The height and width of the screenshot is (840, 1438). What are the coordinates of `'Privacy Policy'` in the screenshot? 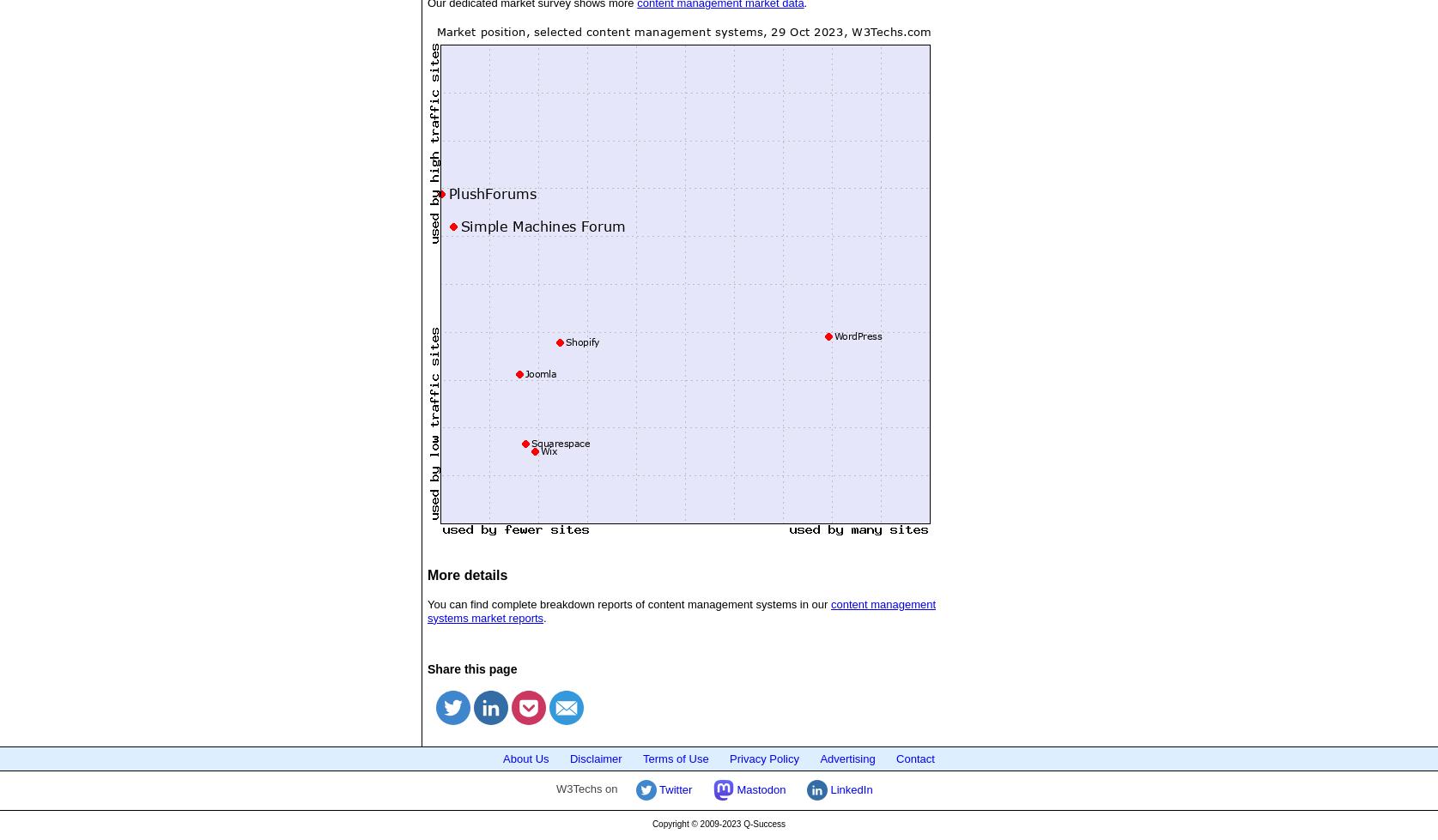 It's located at (729, 757).